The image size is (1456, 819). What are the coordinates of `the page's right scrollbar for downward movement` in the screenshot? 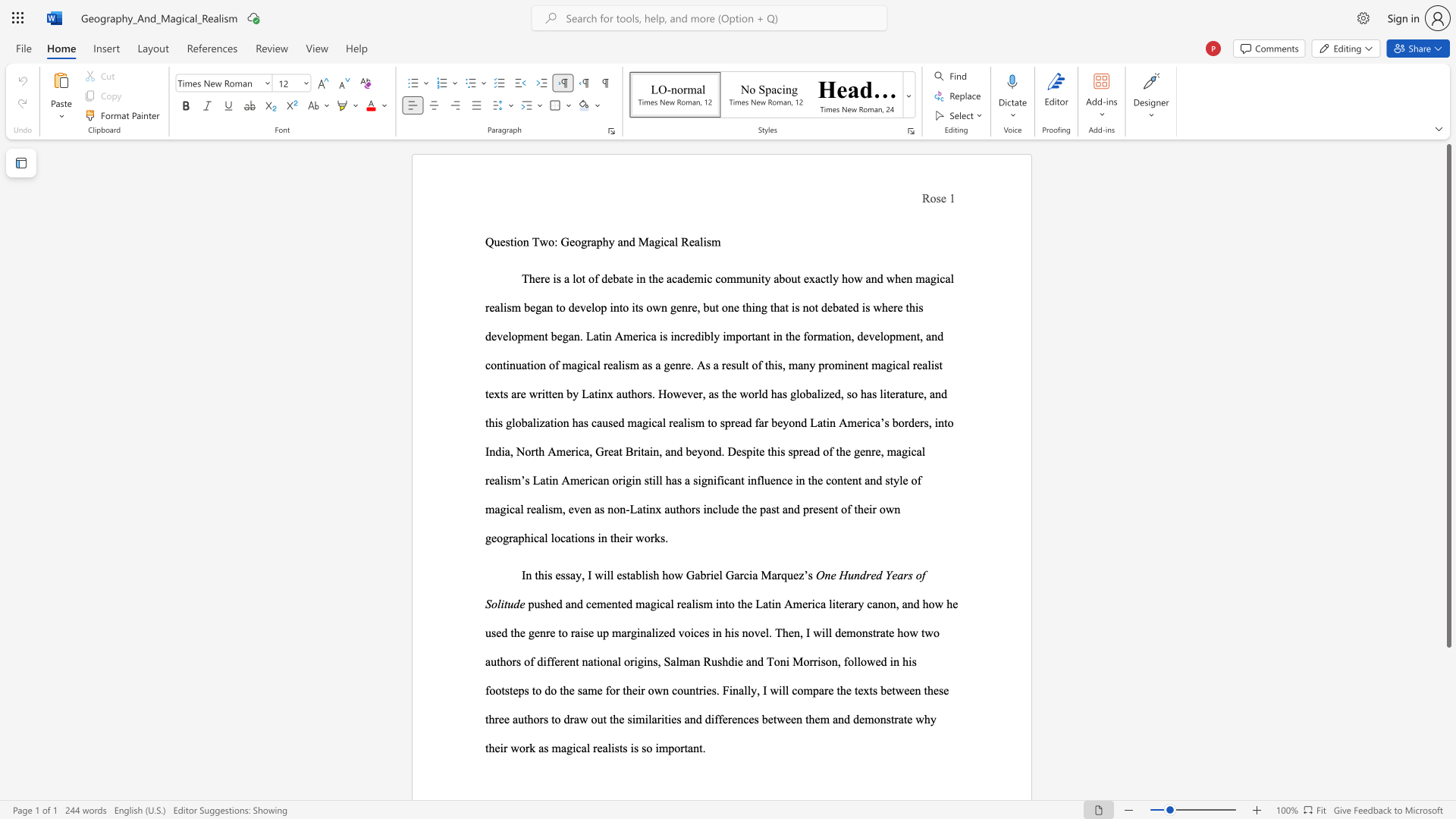 It's located at (1448, 713).